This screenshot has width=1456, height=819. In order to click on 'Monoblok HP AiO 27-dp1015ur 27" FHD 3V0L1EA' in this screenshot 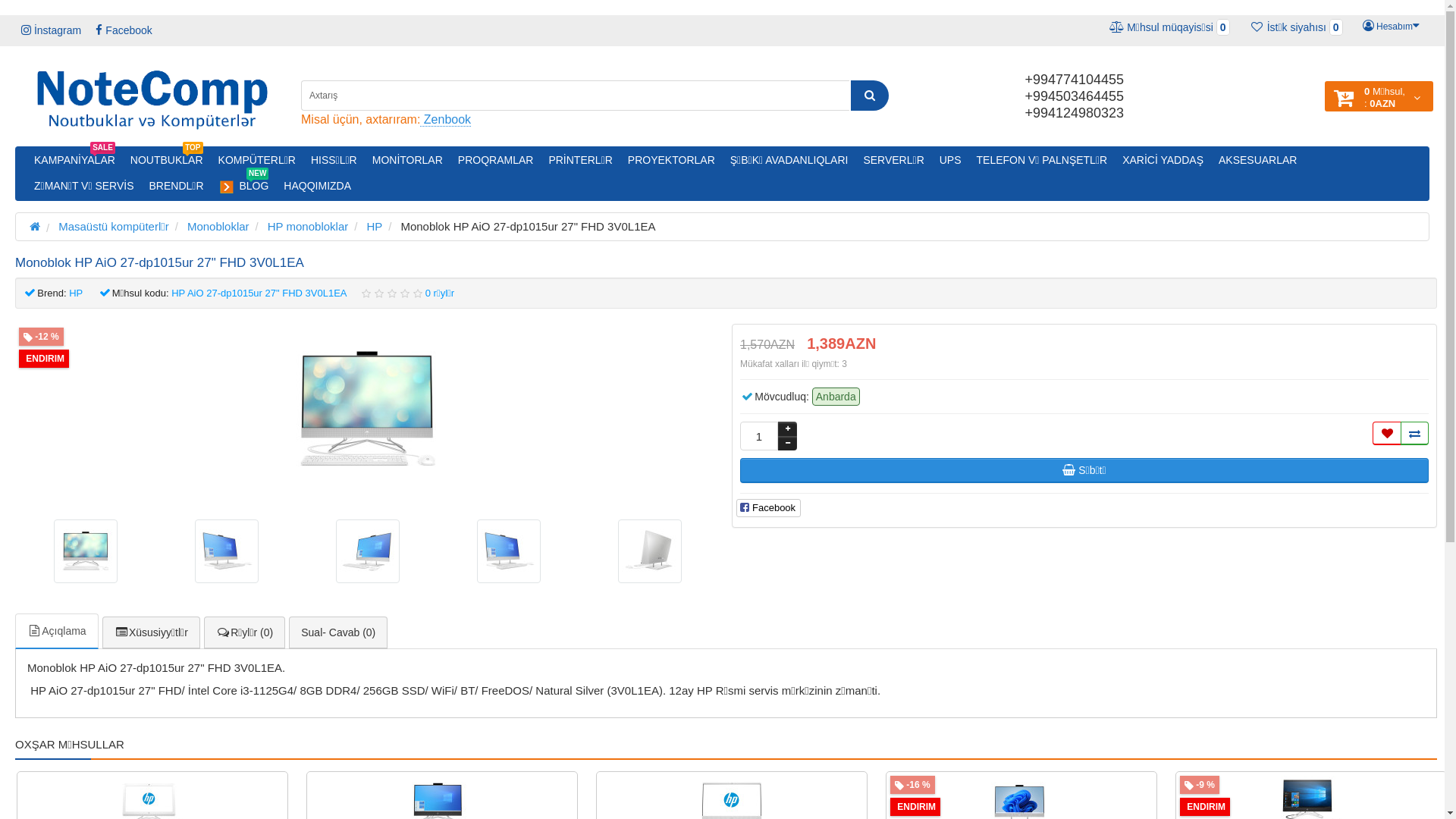, I will do `click(225, 551)`.